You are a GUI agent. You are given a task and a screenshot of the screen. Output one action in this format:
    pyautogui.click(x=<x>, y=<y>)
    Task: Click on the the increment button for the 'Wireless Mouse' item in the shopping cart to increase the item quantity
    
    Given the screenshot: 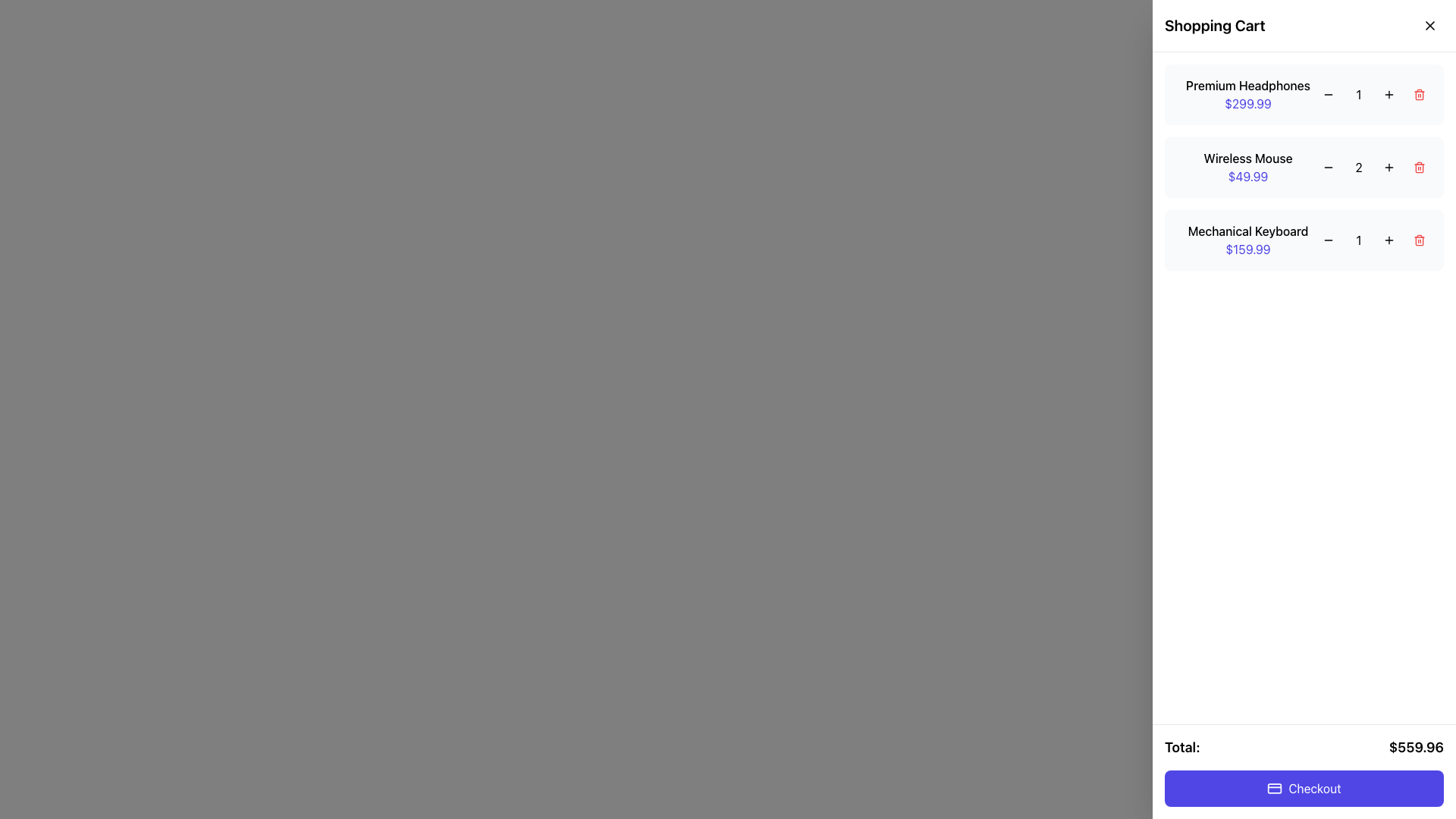 What is the action you would take?
    pyautogui.click(x=1389, y=167)
    